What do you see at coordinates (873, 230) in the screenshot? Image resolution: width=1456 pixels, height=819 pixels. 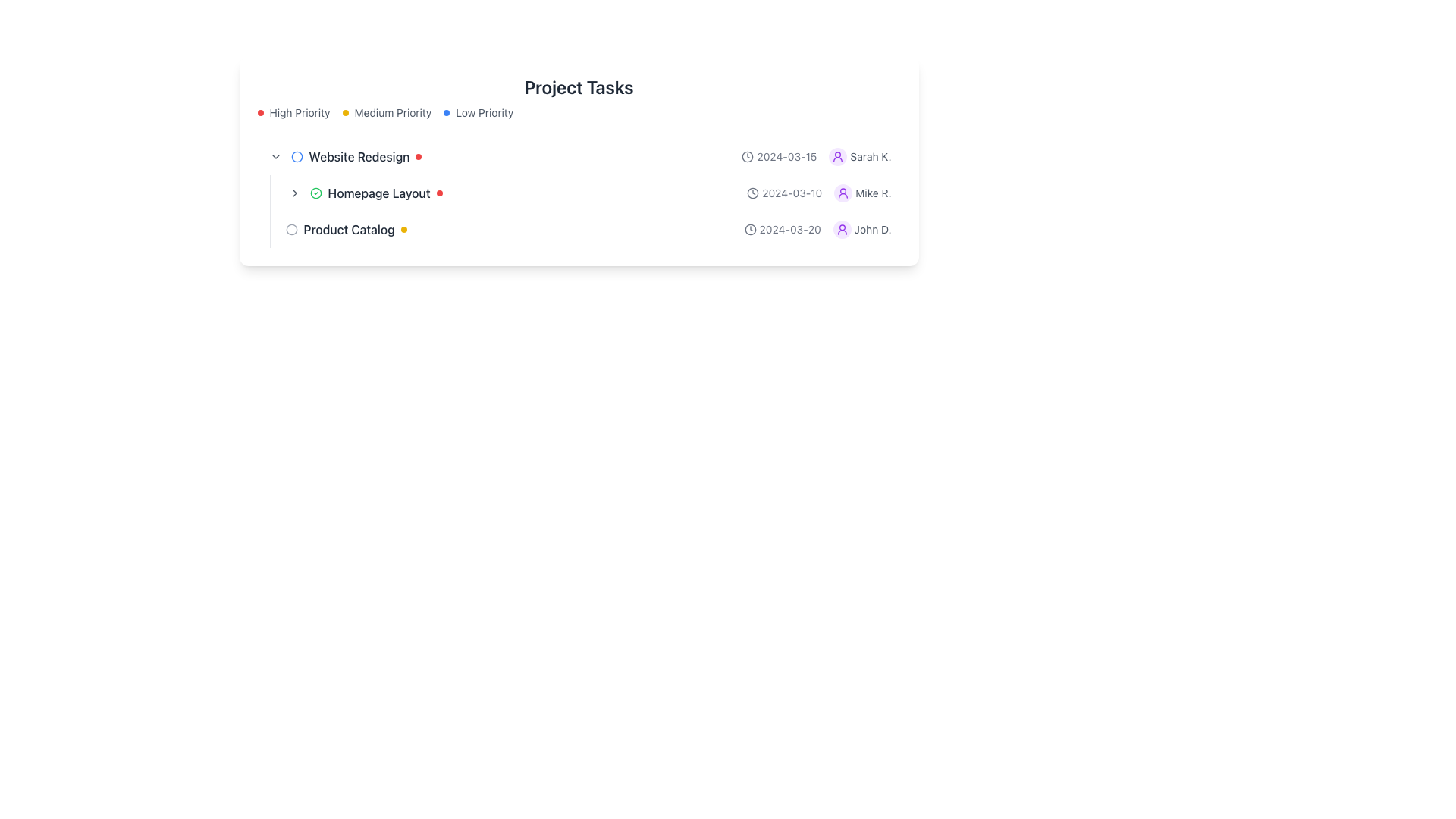 I see `the Text label displaying the name 'John D.', located at the bottom right in the list of users, adjacent to a user icon, and visually associated with the date '2024-03-20'` at bounding box center [873, 230].